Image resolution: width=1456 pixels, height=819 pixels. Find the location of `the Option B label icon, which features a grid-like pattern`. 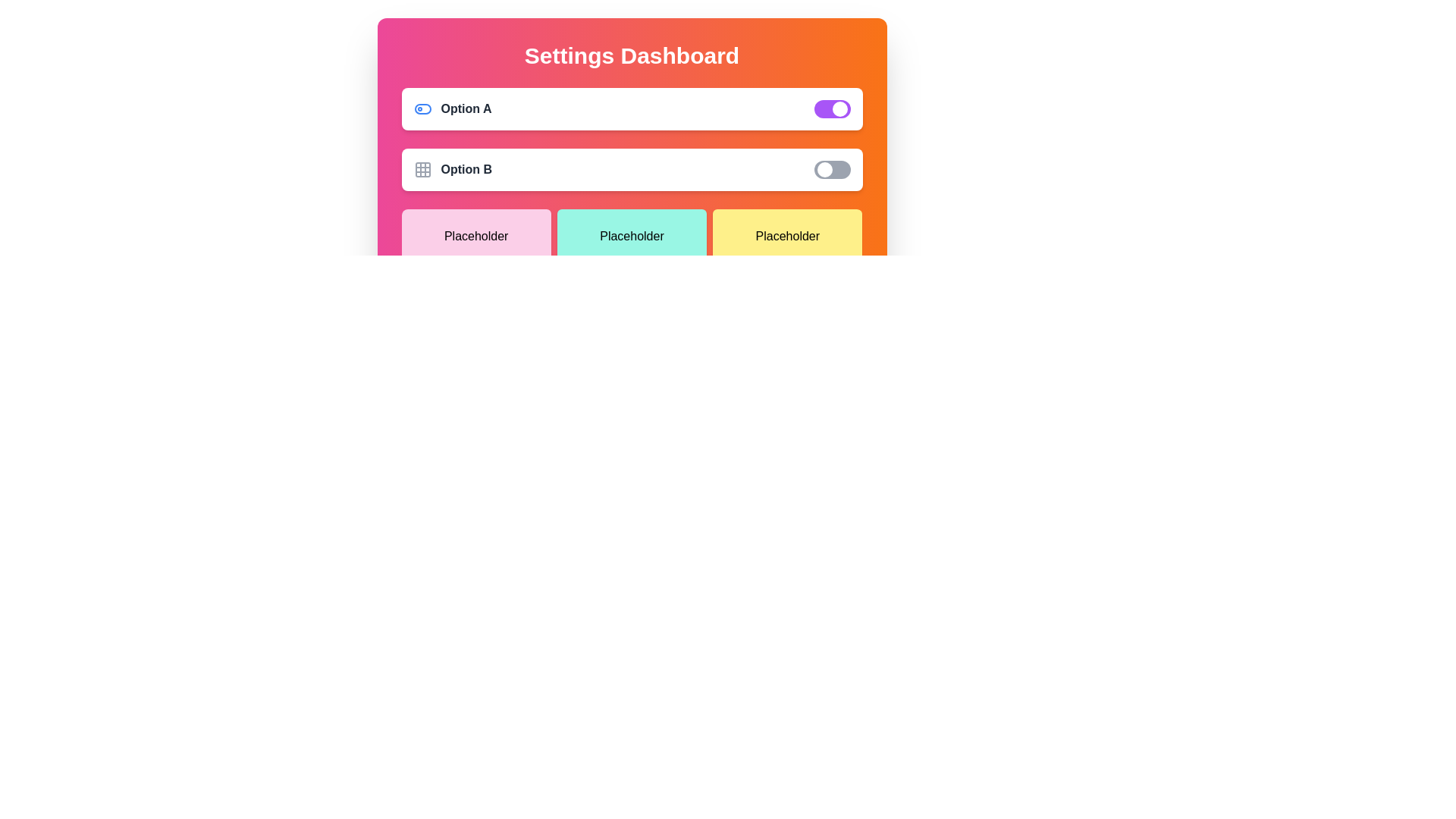

the Option B label icon, which features a grid-like pattern is located at coordinates (452, 169).